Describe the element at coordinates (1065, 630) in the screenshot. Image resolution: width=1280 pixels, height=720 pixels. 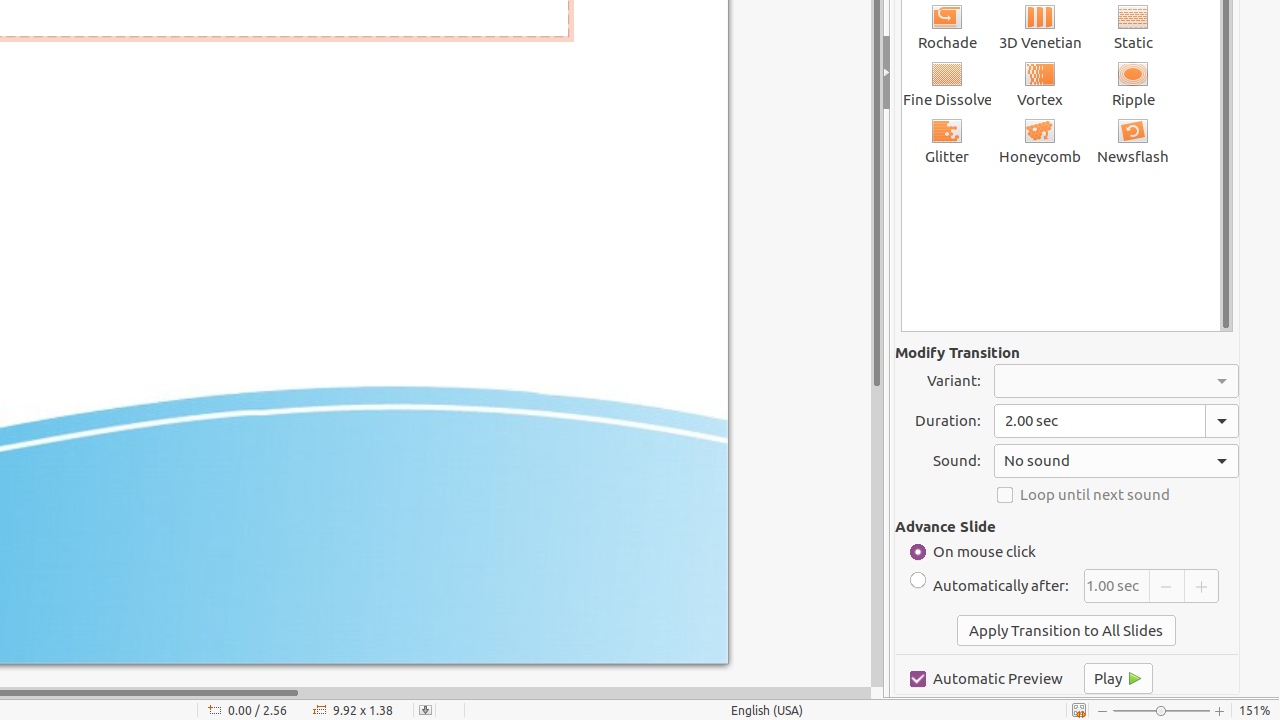
I see `'Apply Transition to All Slides'` at that location.